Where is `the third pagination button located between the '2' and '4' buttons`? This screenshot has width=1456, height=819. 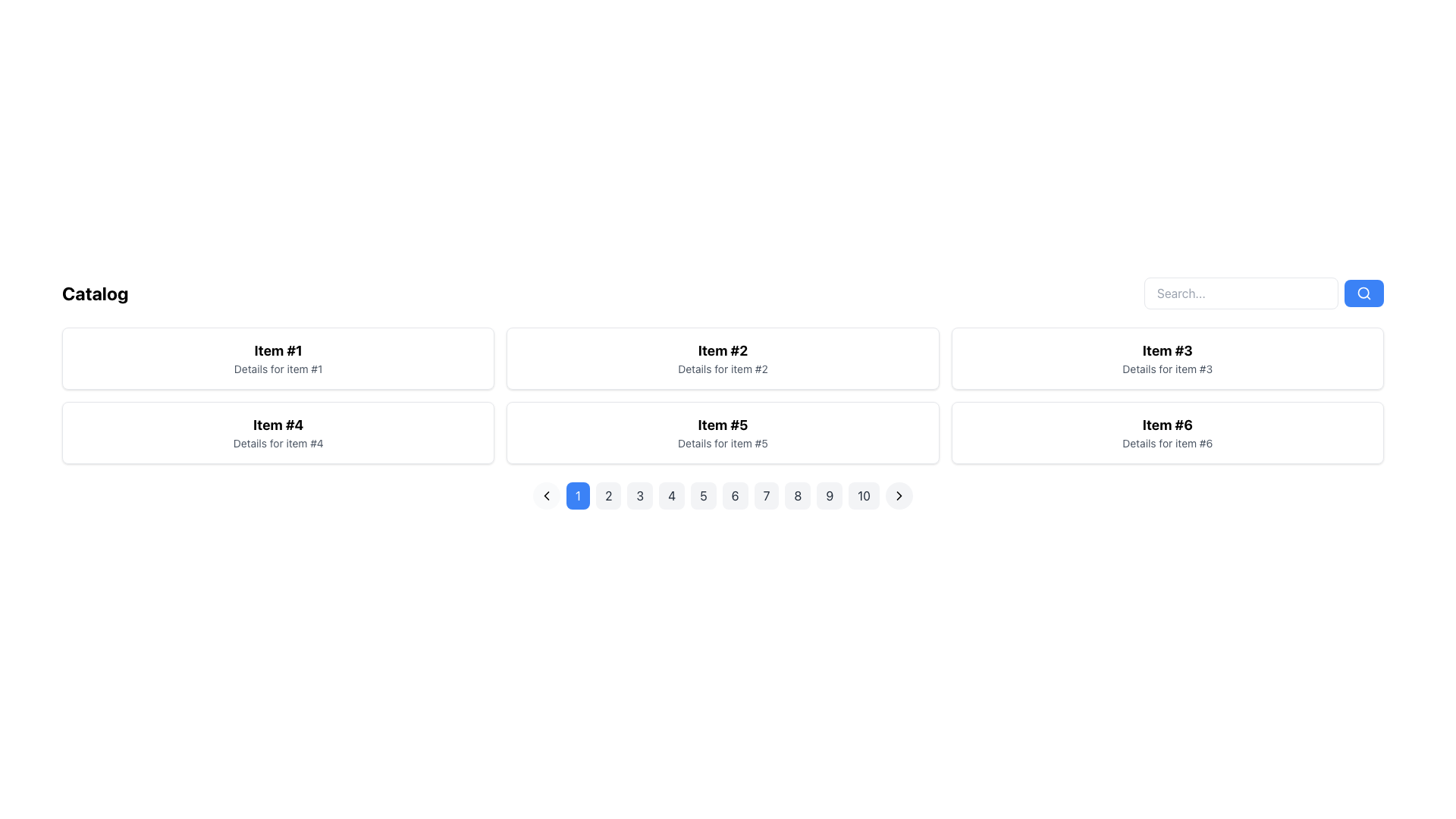
the third pagination button located between the '2' and '4' buttons is located at coordinates (640, 496).